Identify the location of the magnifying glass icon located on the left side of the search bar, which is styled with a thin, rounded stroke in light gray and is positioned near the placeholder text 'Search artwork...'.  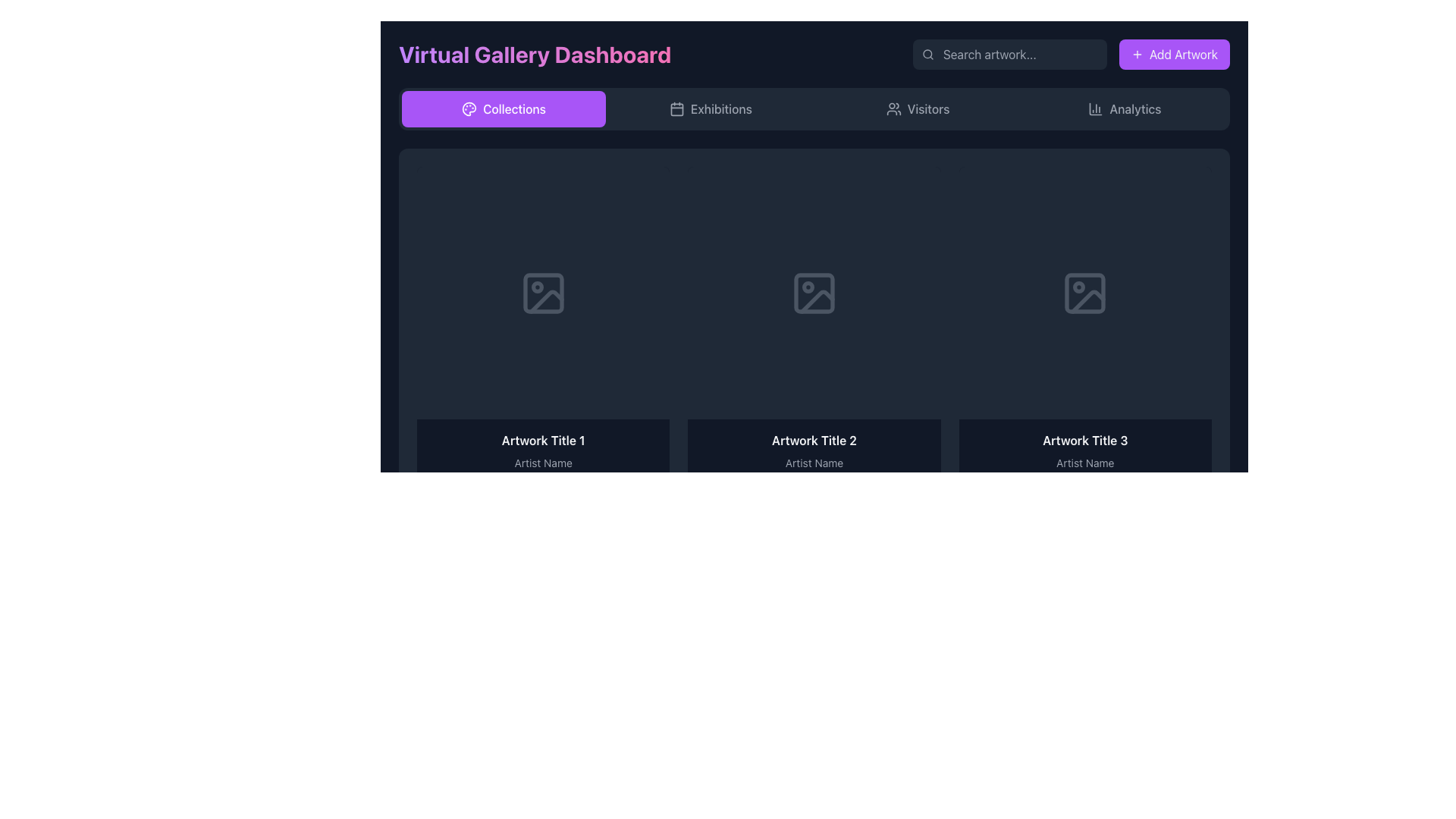
(927, 54).